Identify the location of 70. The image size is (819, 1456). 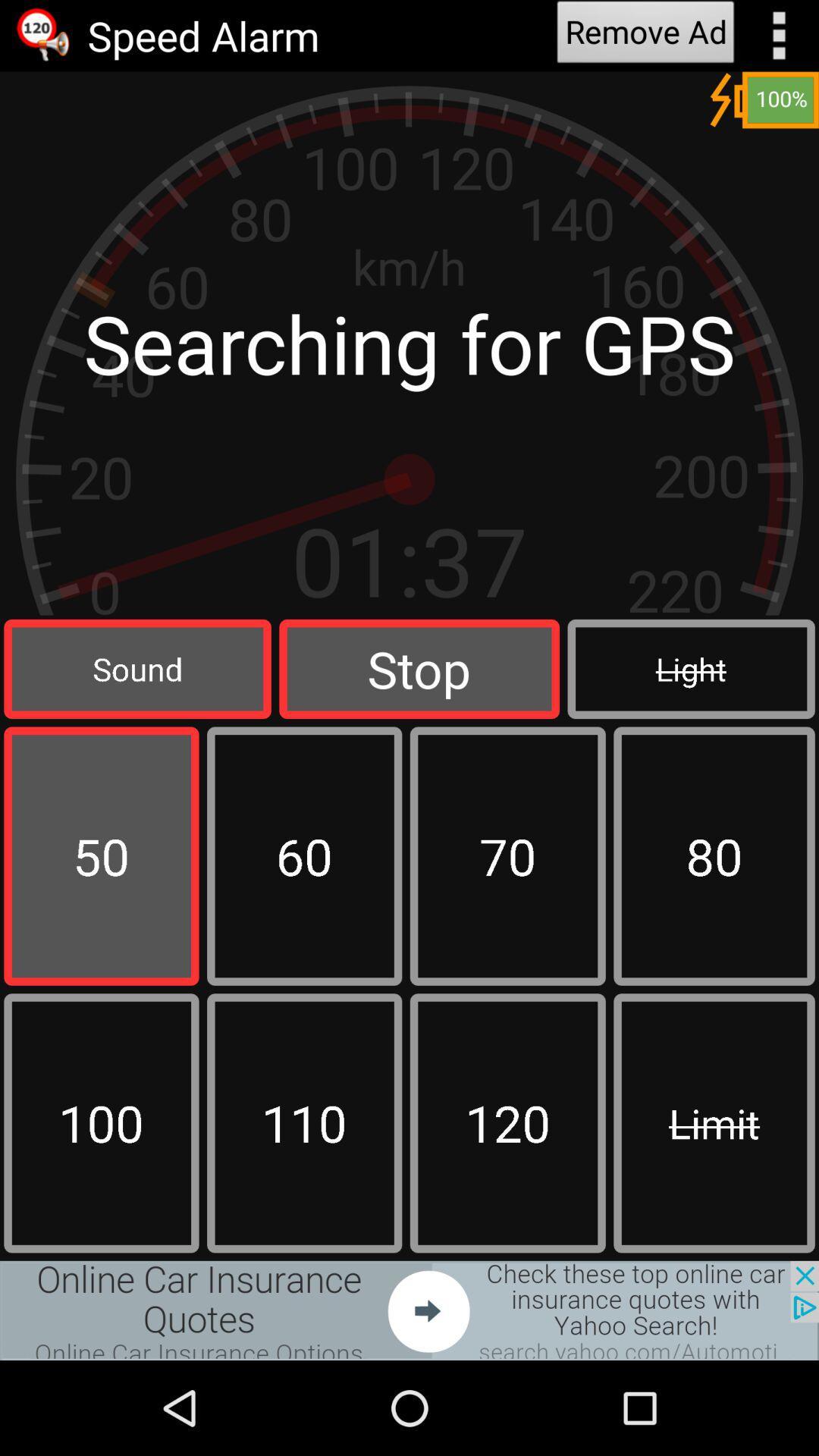
(508, 856).